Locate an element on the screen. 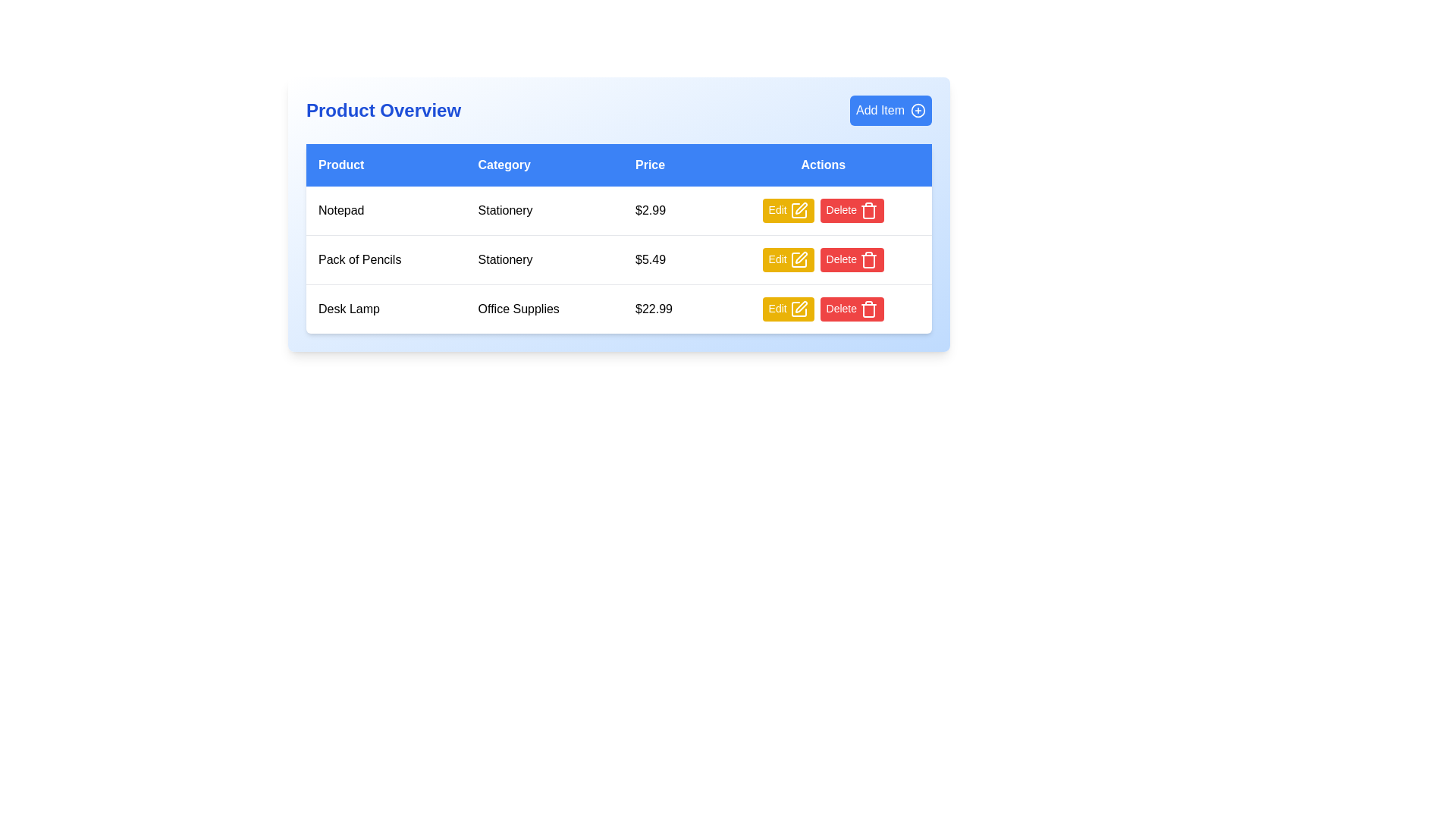  the header text label indicating the actions column in the table, which is located to the right of the 'Price' header is located at coordinates (822, 165).